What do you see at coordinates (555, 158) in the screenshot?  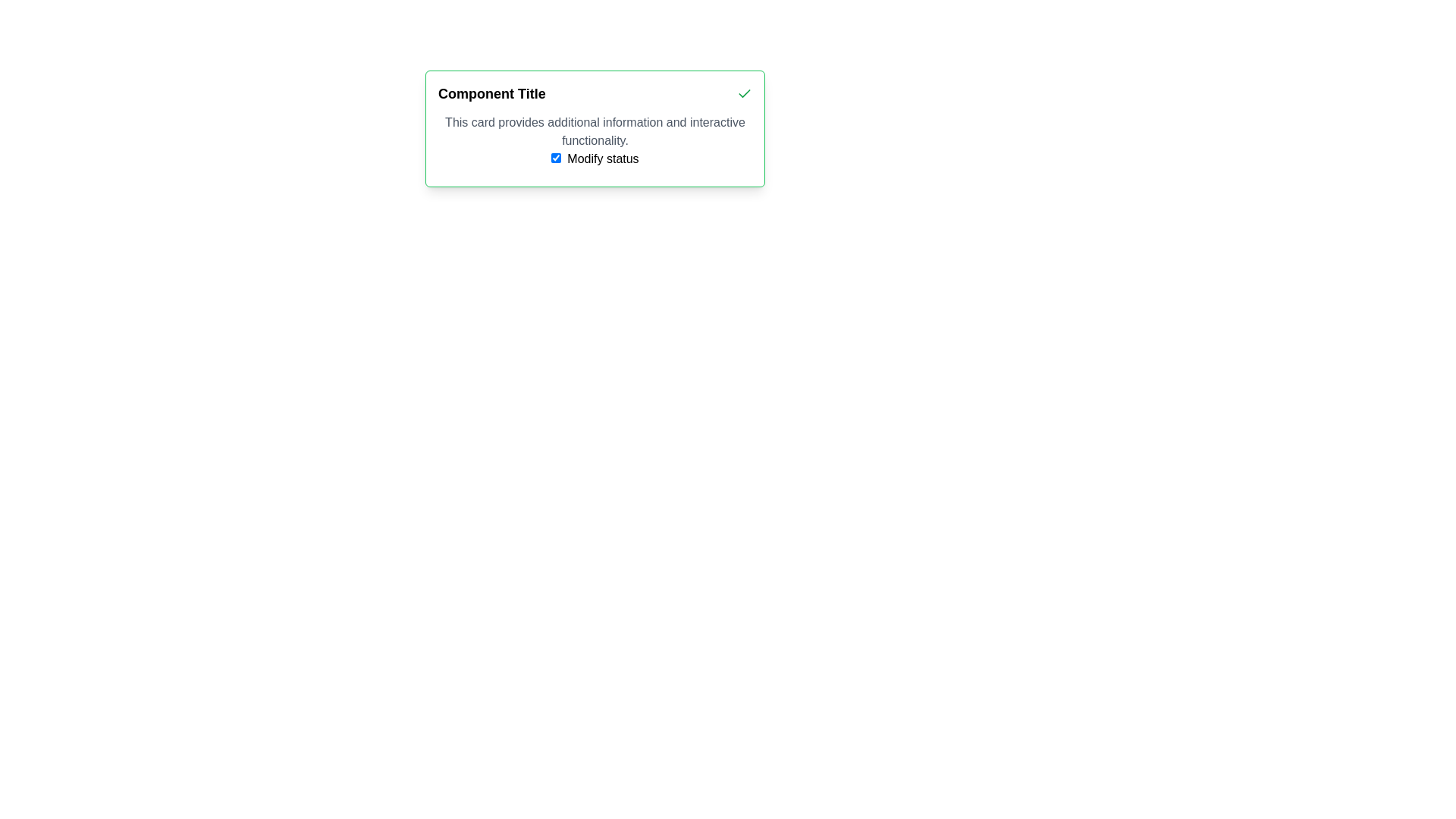 I see `the checkbox labeled 'Modify status'` at bounding box center [555, 158].